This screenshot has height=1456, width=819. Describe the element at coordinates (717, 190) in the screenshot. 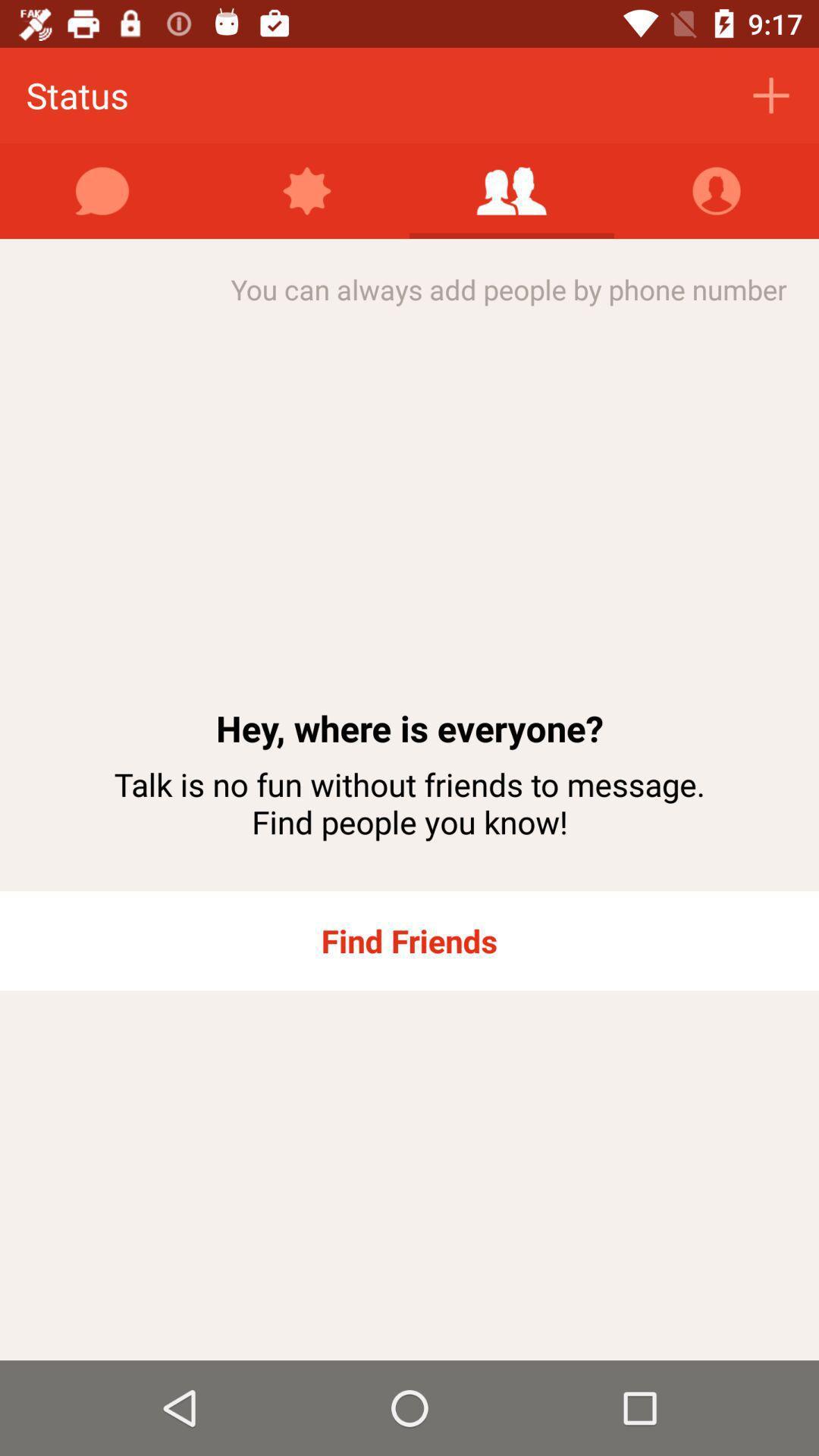

I see `contacts` at that location.